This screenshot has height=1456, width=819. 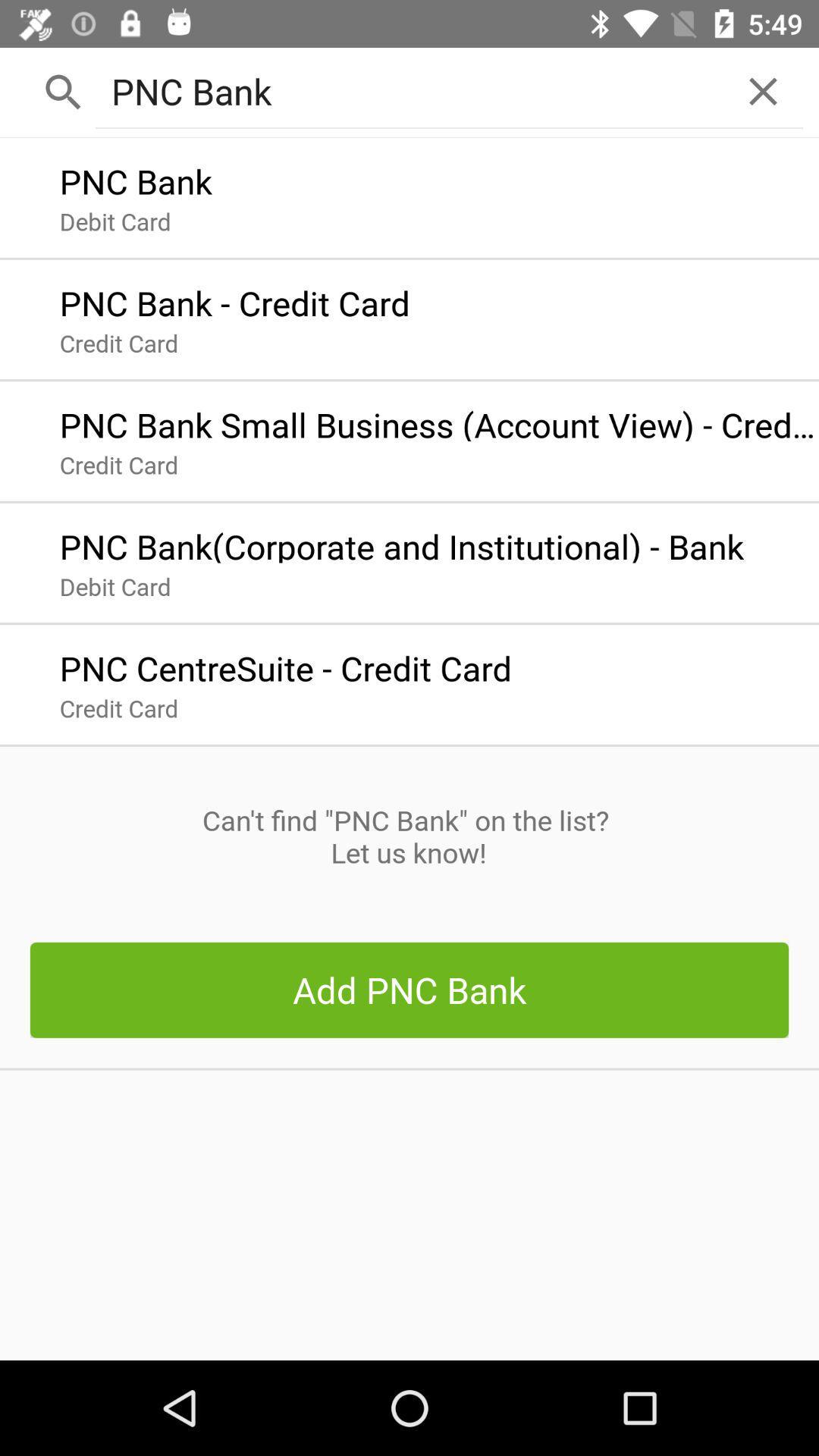 I want to click on icon below credit card item, so click(x=408, y=836).